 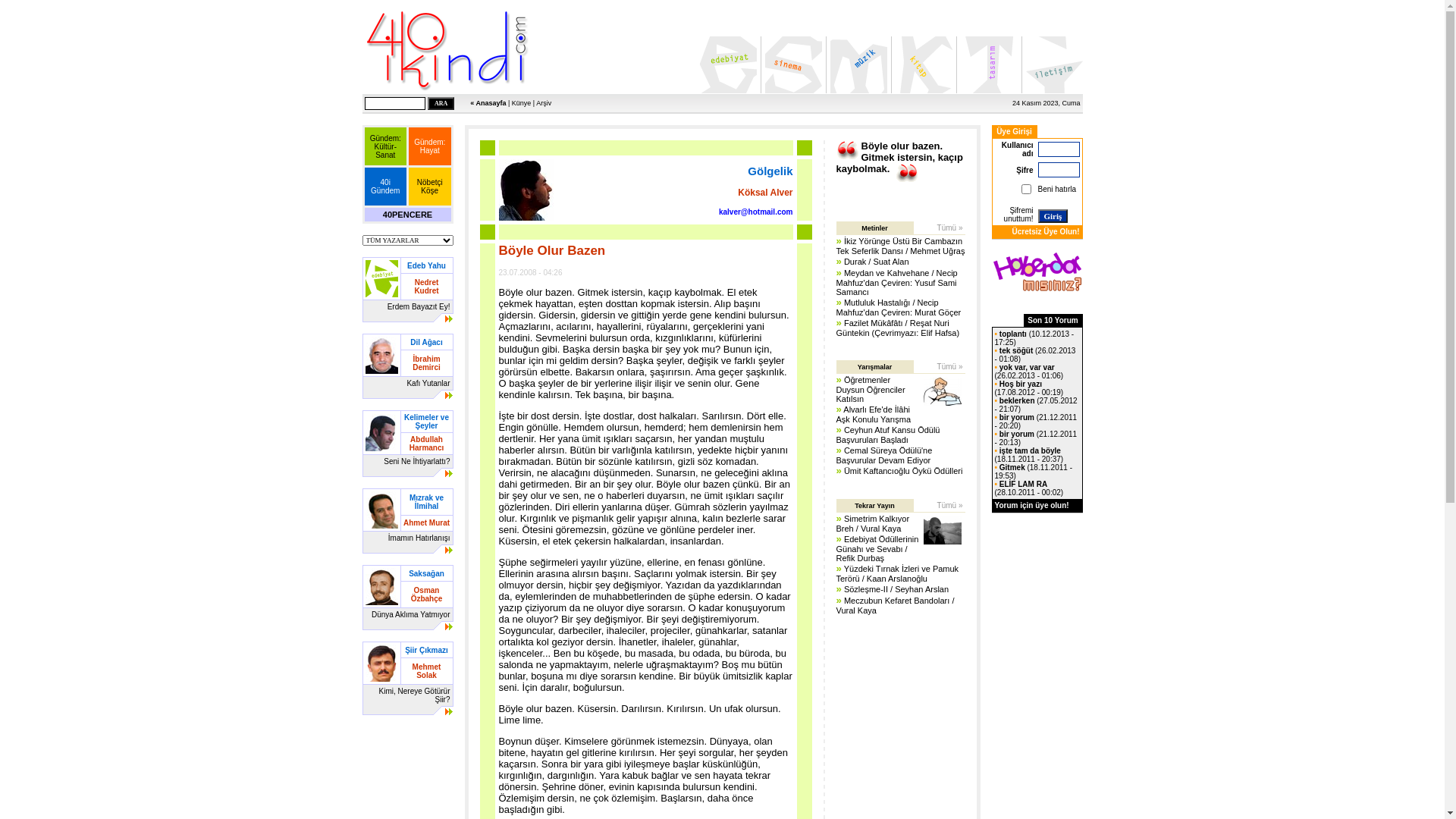 What do you see at coordinates (1037, 271) in the screenshot?
I see `'Haberdar'` at bounding box center [1037, 271].